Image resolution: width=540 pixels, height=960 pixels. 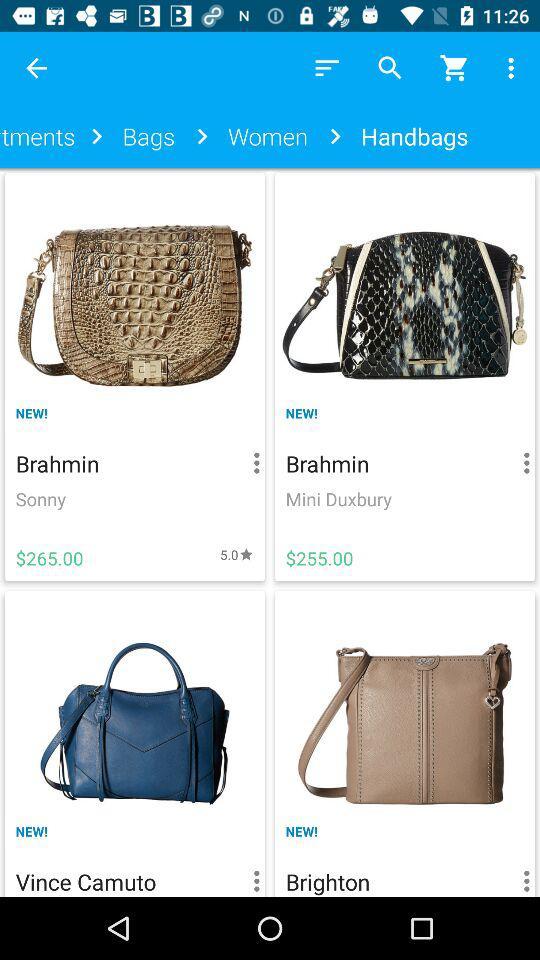 I want to click on the option button which is right side of the text brahmin, so click(x=250, y=463).